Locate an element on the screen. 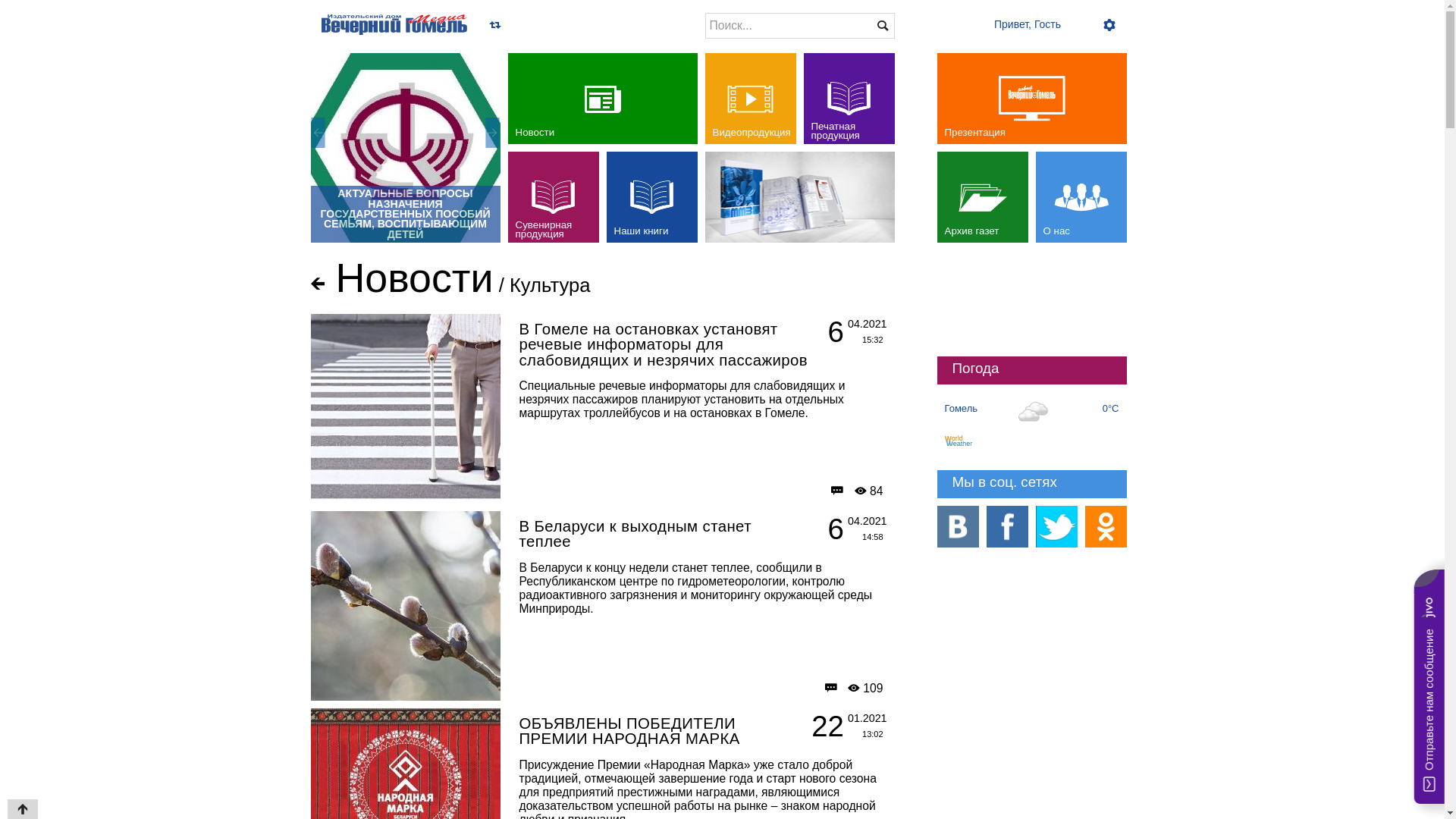  '14:58 is located at coordinates (840, 529).